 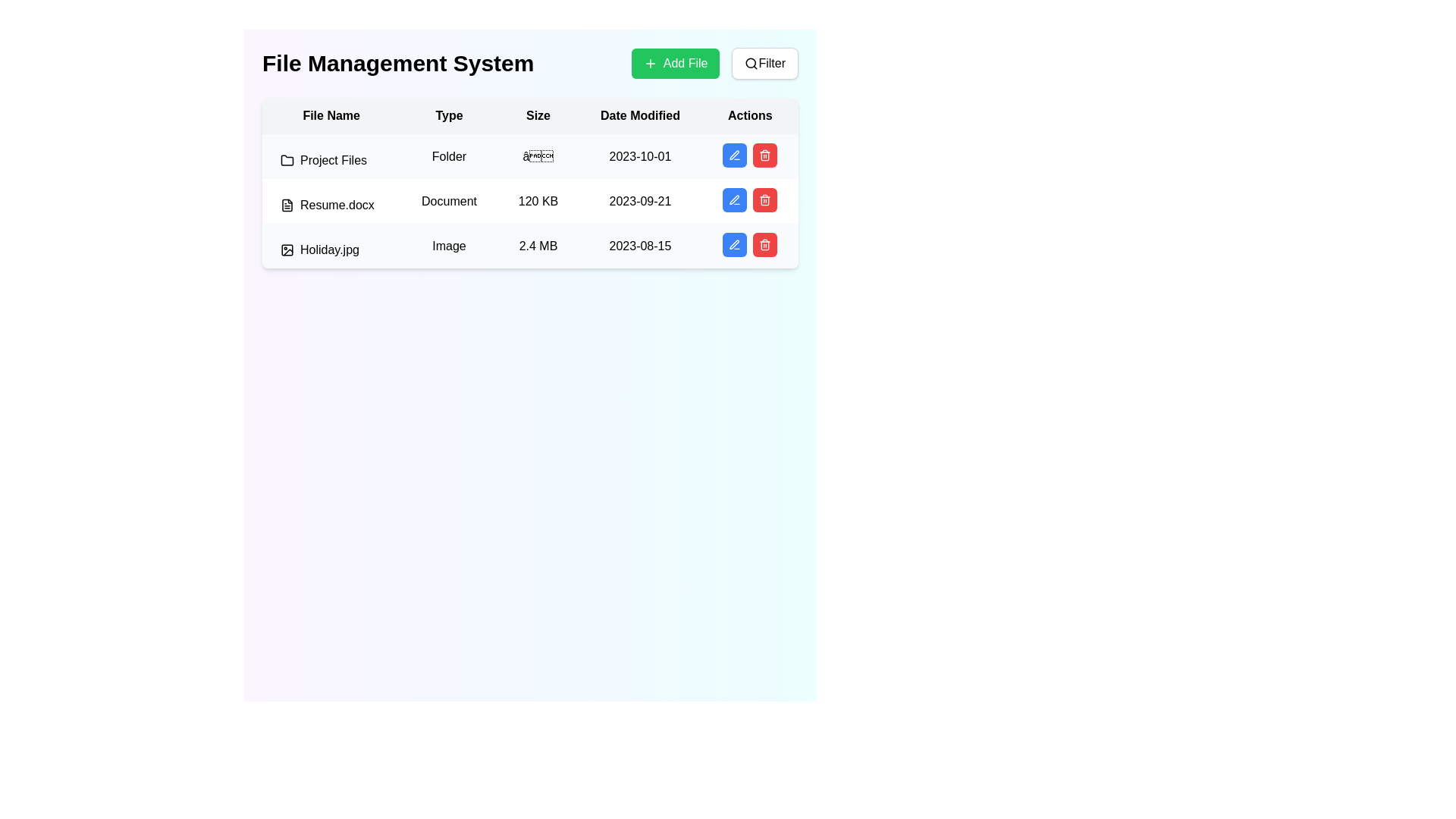 I want to click on the plus icon located at the center of the green-colored 'Add File' button in the interface's header, next to the 'Filter' button, so click(x=650, y=63).